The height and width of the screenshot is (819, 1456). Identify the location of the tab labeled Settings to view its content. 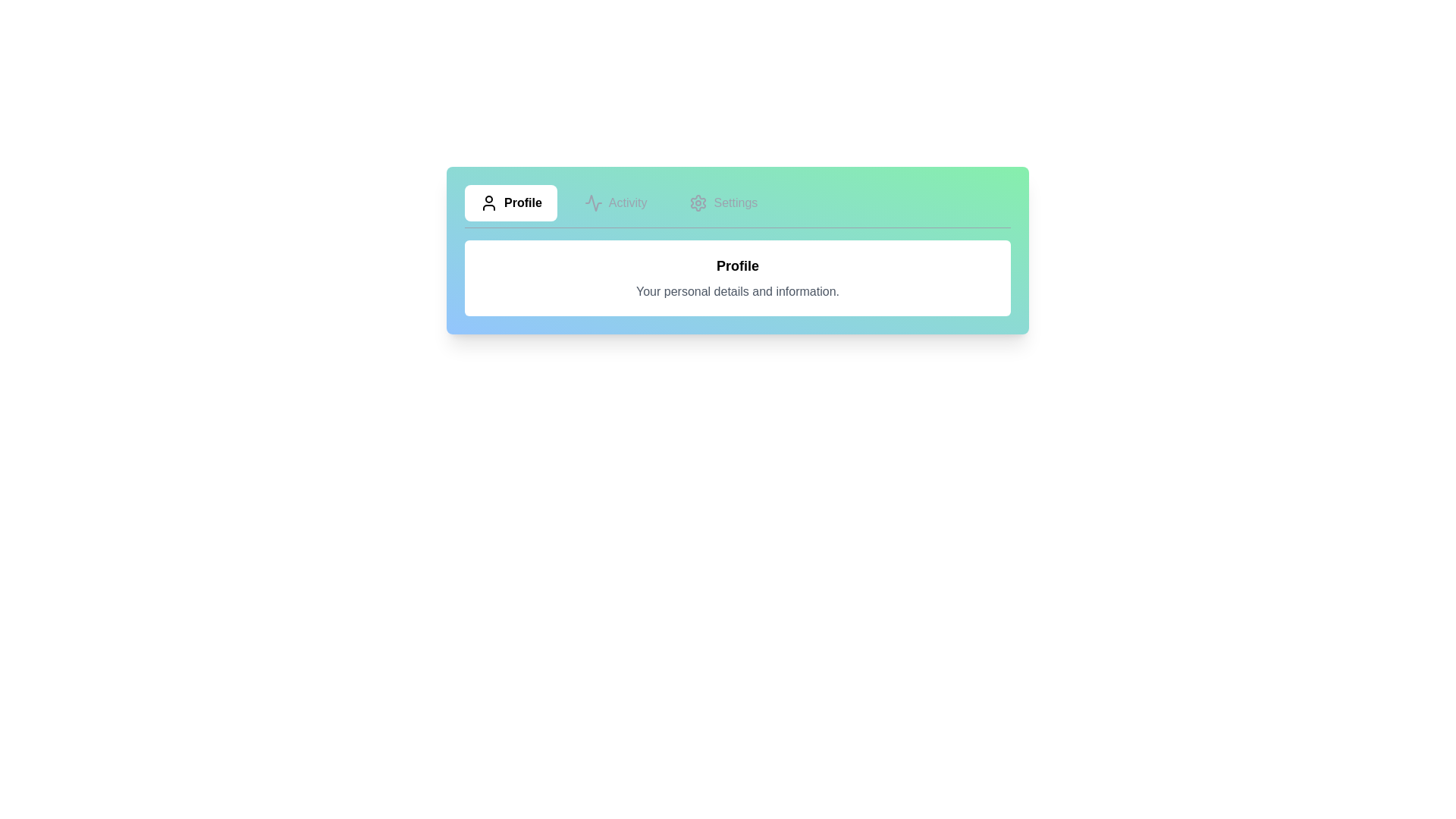
(723, 202).